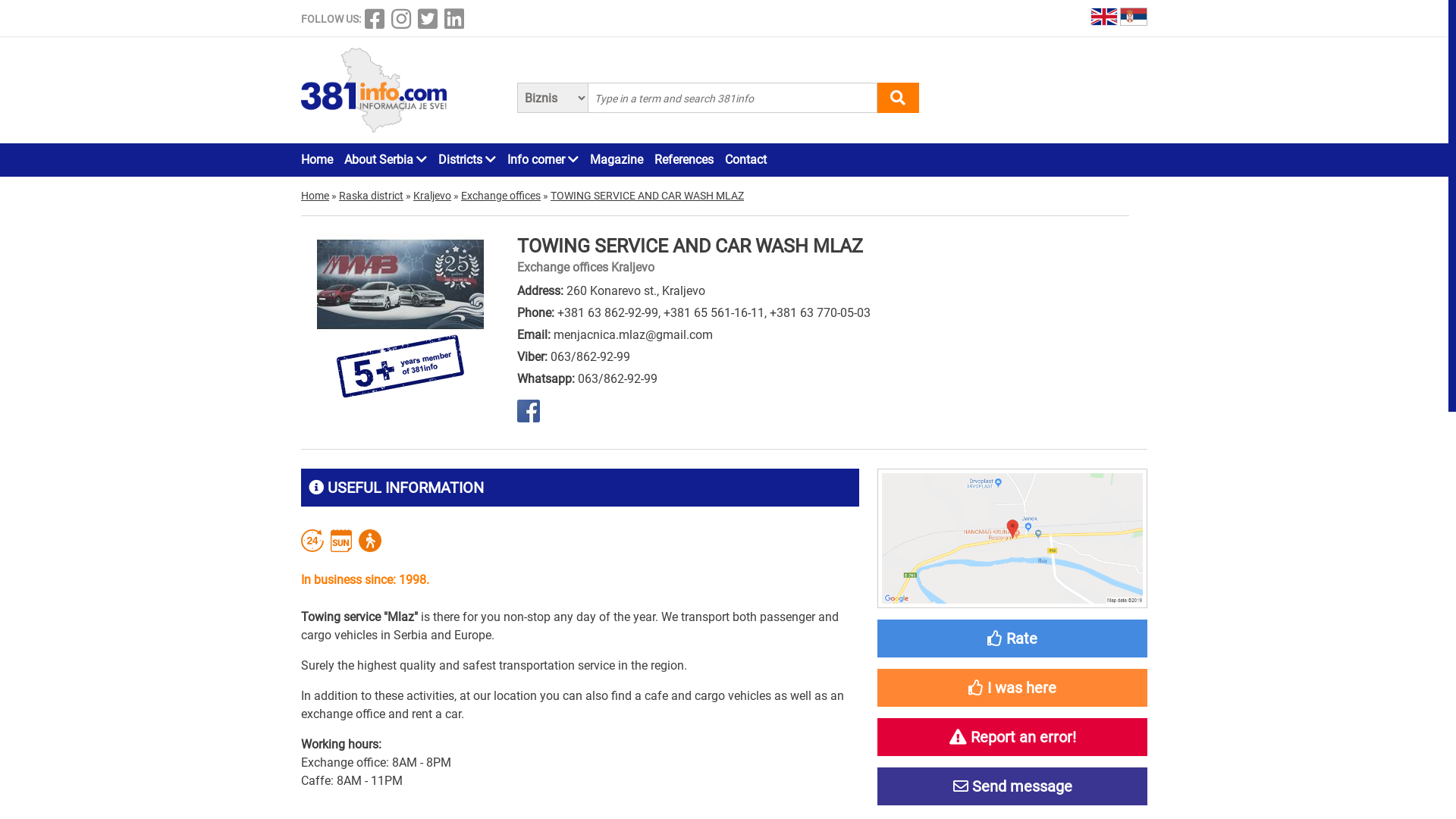 Image resolution: width=1456 pixels, height=819 pixels. Describe the element at coordinates (301, 160) in the screenshot. I see `'Home'` at that location.